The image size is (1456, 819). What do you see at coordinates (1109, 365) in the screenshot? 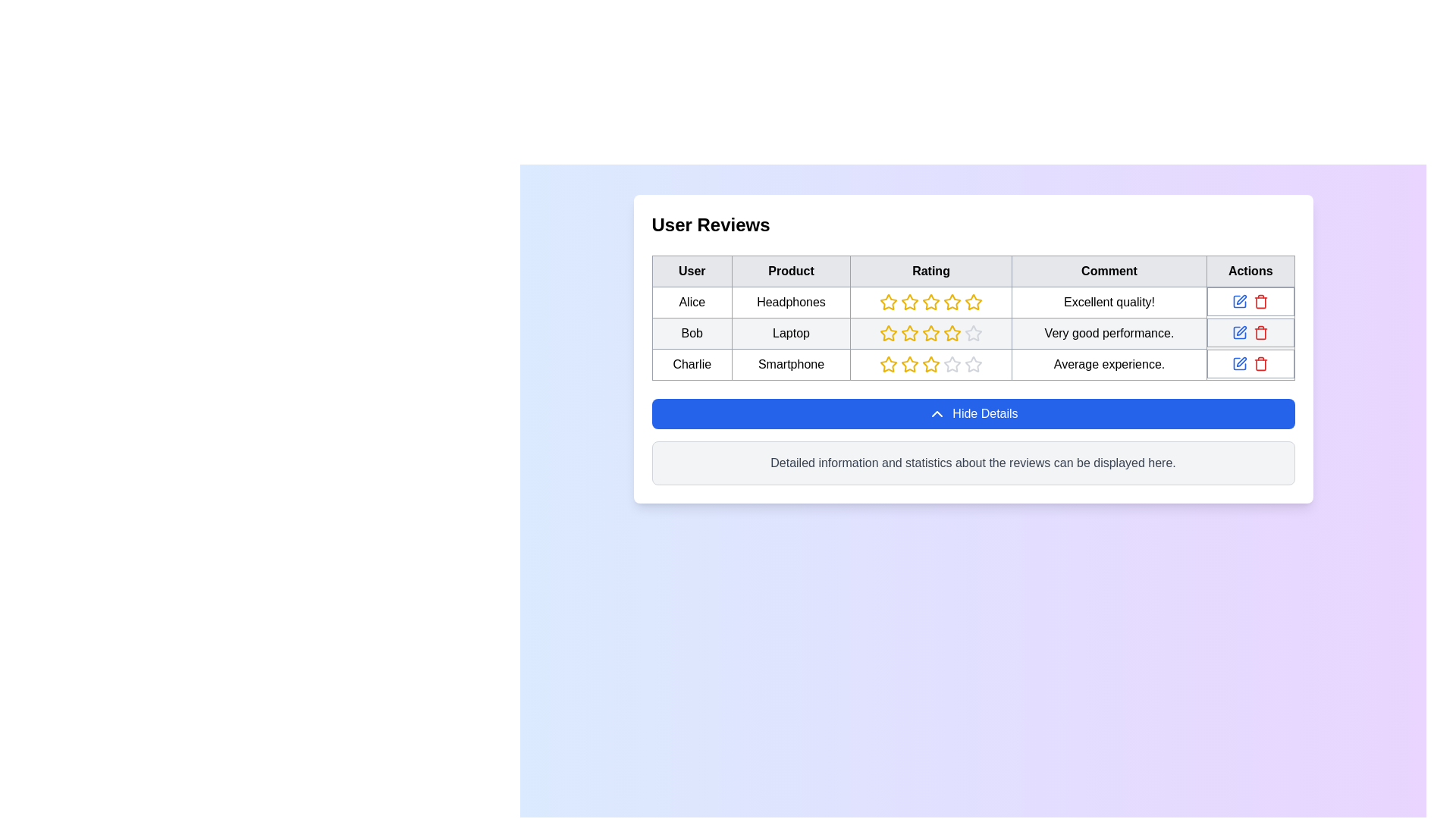
I see `displayed text from the table cell labeled 'Average experience.' located in the fourth column of the third row of the 'User Reviews' section` at bounding box center [1109, 365].